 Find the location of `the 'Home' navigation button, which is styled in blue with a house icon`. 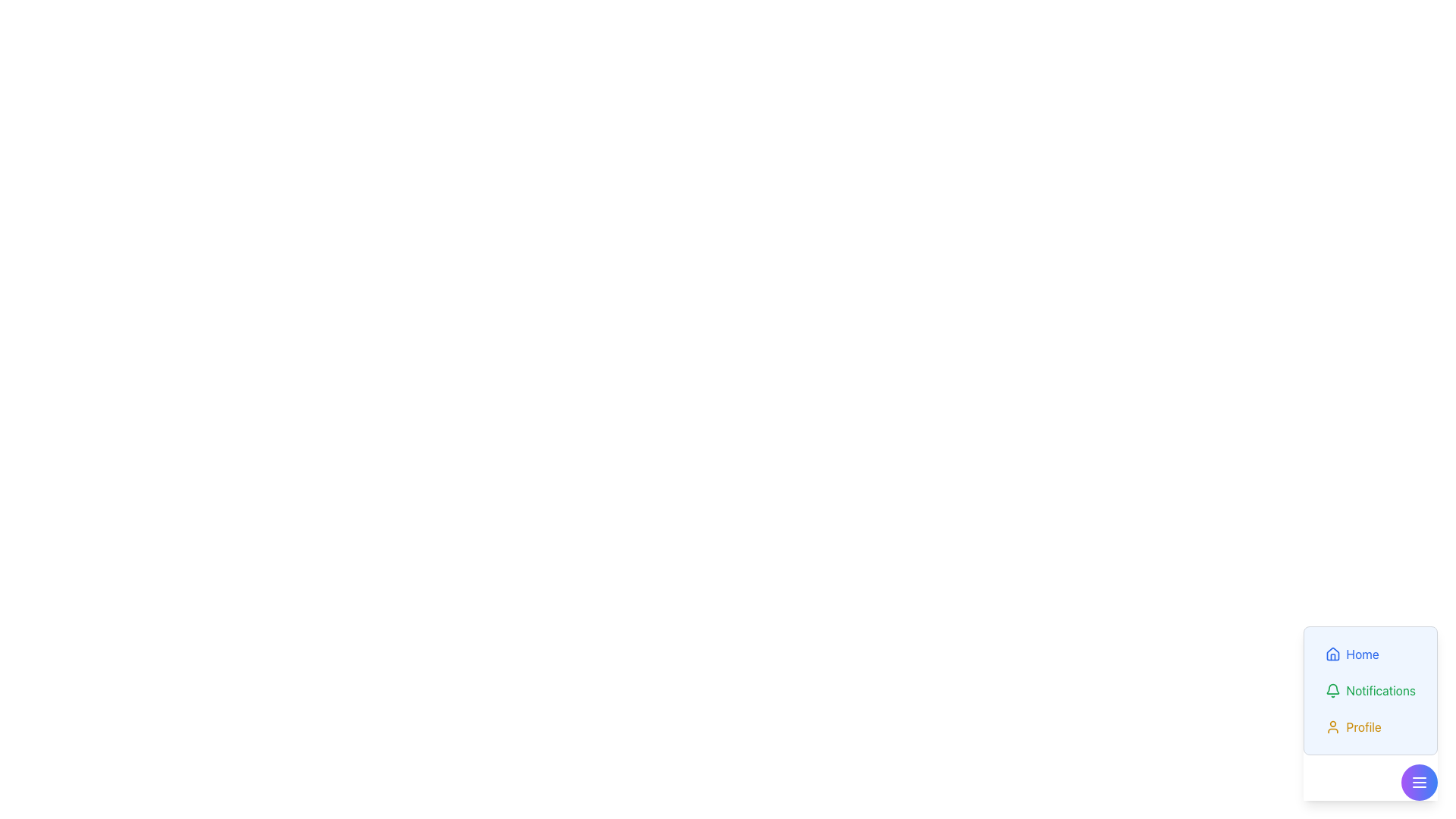

the 'Home' navigation button, which is styled in blue with a house icon is located at coordinates (1370, 654).